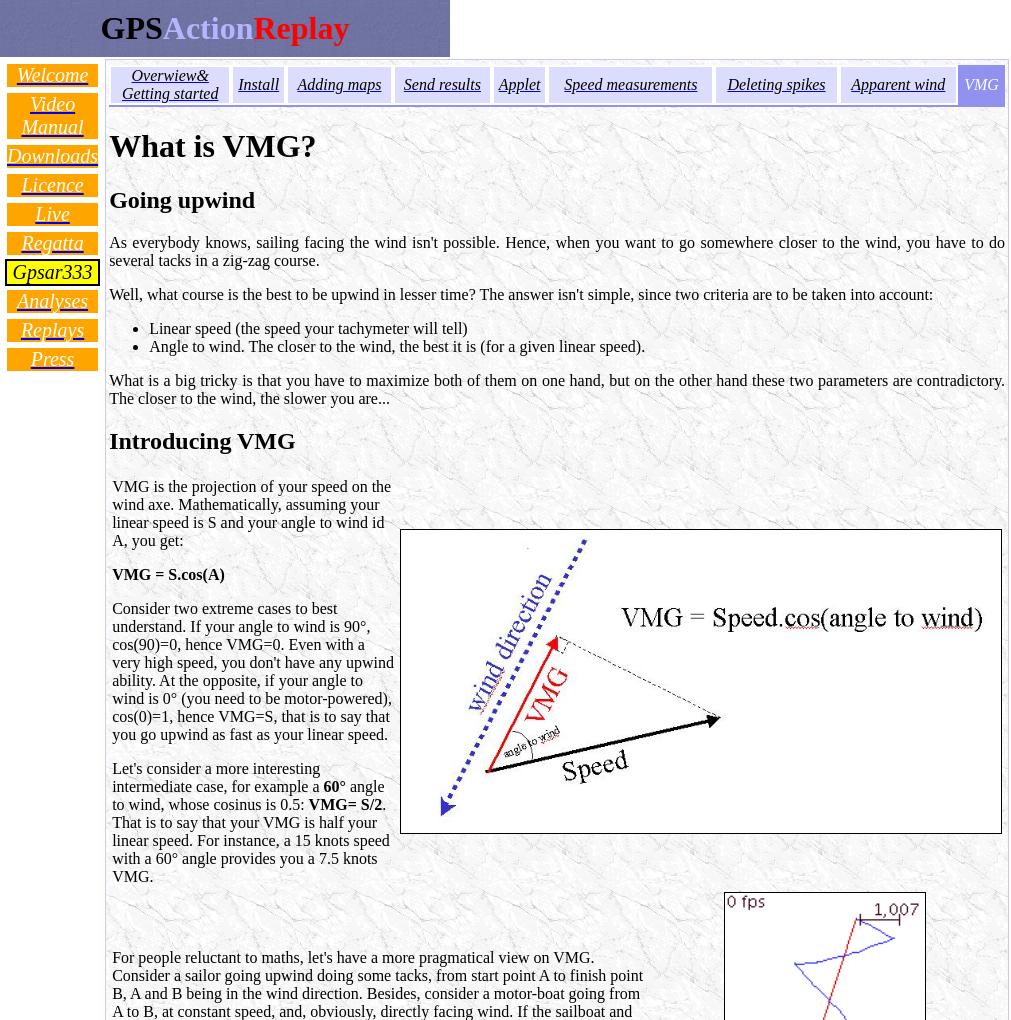 This screenshot has height=1020, width=1011. What do you see at coordinates (50, 212) in the screenshot?
I see `'Live'` at bounding box center [50, 212].